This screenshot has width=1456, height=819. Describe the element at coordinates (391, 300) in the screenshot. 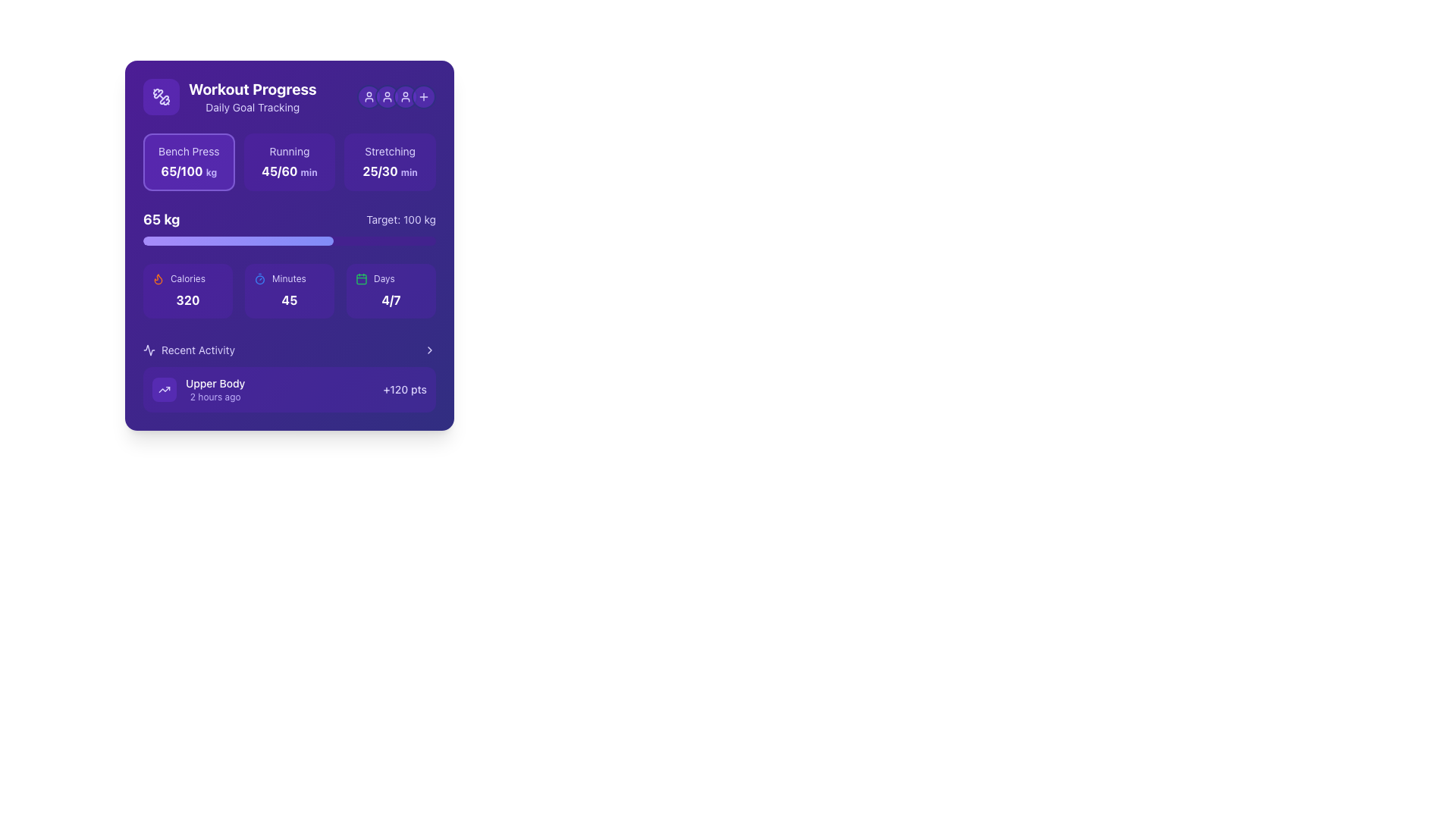

I see `the text label displaying '4/7' in bold white font against a violet background, located in the 'Days' group of the 'Workout Progress' card` at that location.